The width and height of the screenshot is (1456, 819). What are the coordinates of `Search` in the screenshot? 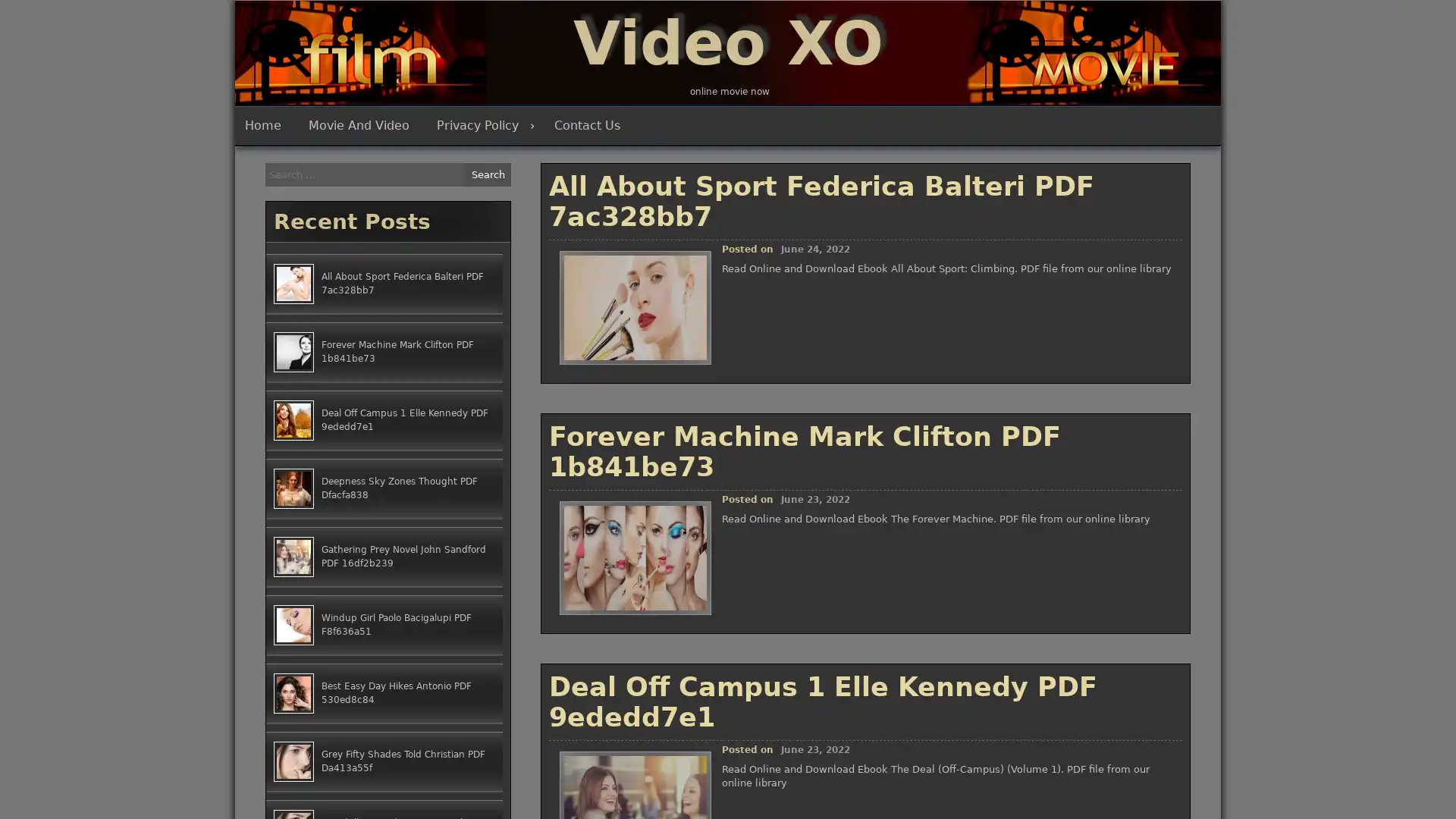 It's located at (488, 174).